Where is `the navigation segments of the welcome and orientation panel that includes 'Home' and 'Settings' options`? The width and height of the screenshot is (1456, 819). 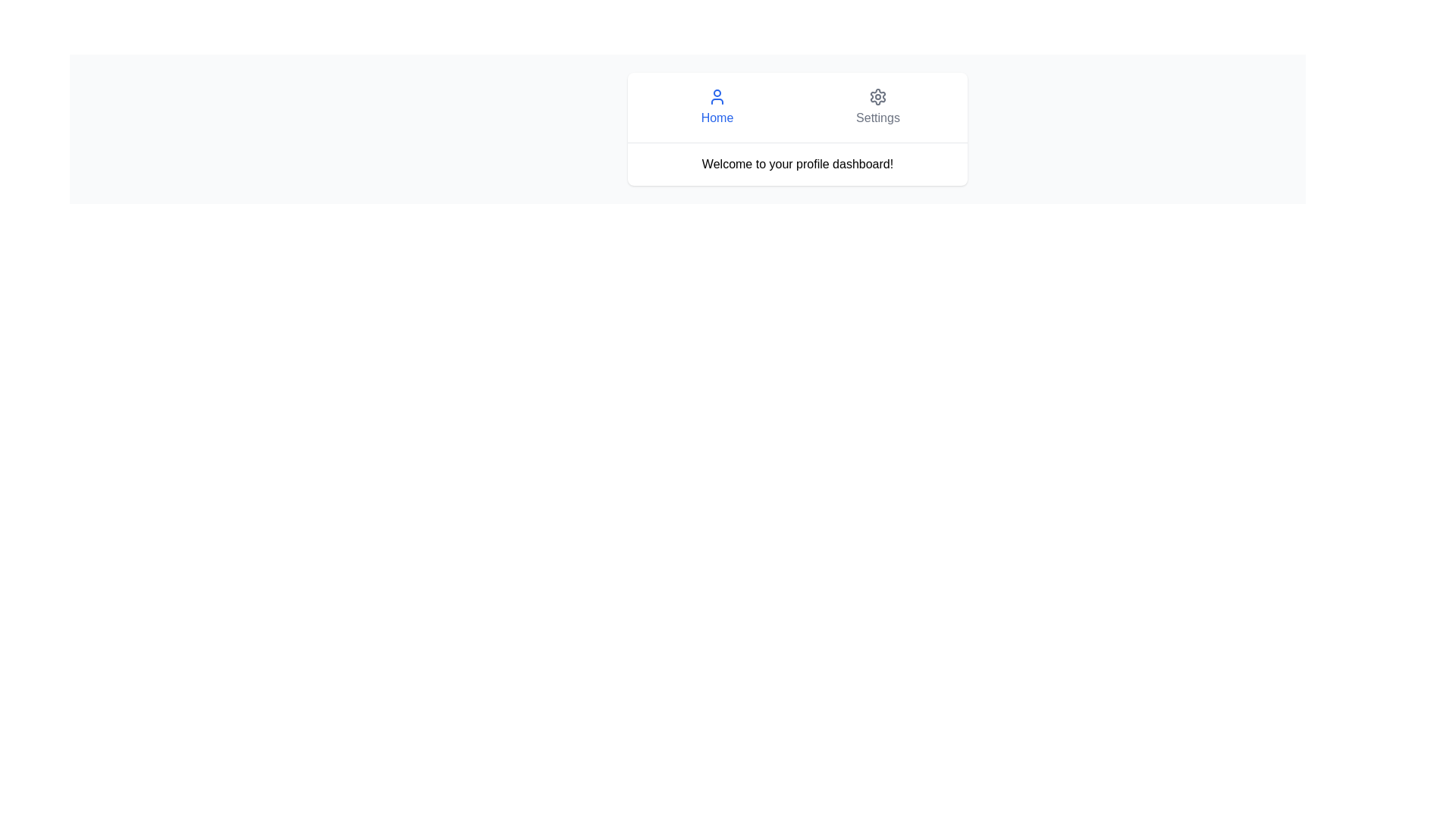 the navigation segments of the welcome and orientation panel that includes 'Home' and 'Settings' options is located at coordinates (796, 127).